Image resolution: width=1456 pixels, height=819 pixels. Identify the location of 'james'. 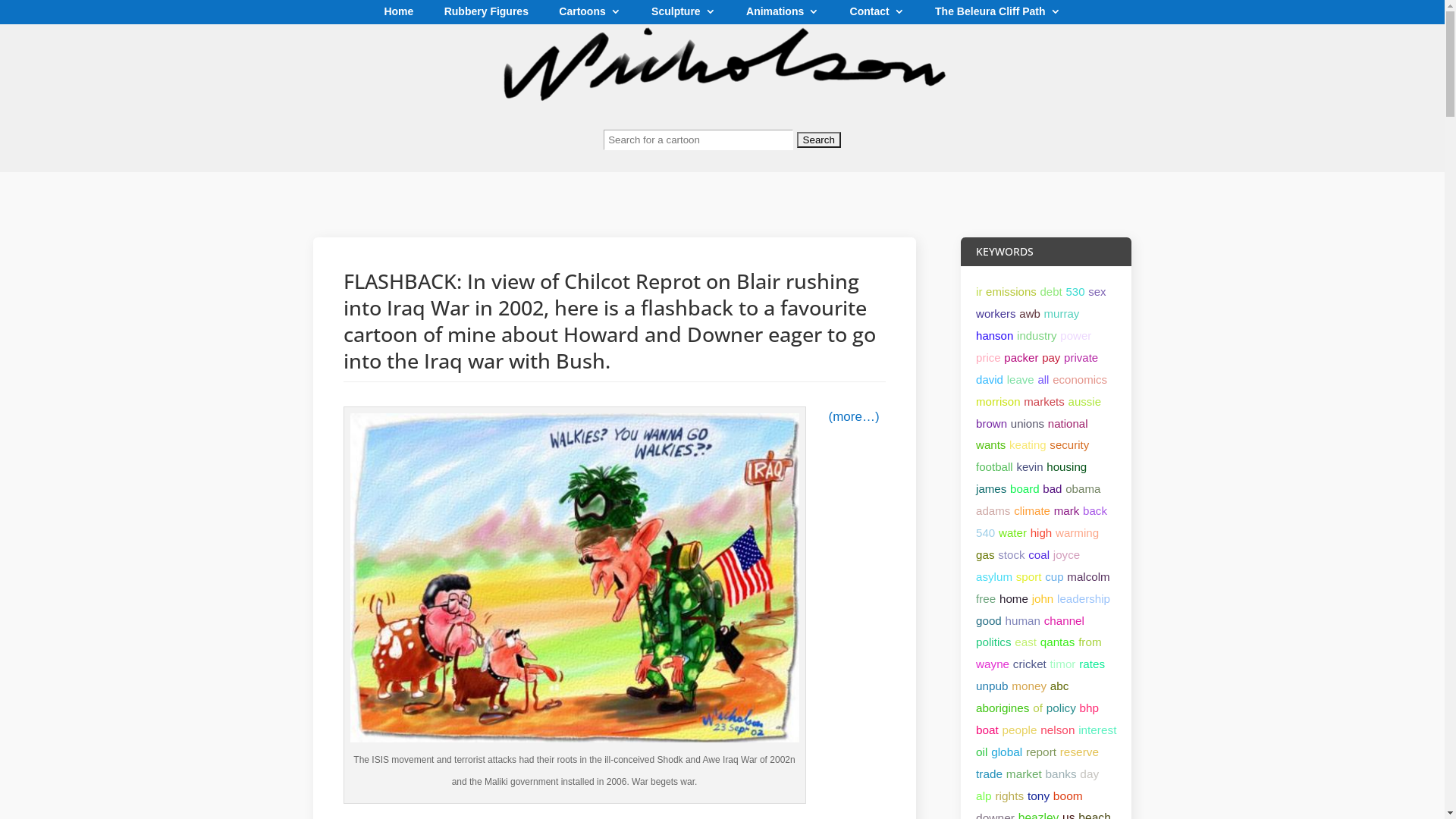
(990, 488).